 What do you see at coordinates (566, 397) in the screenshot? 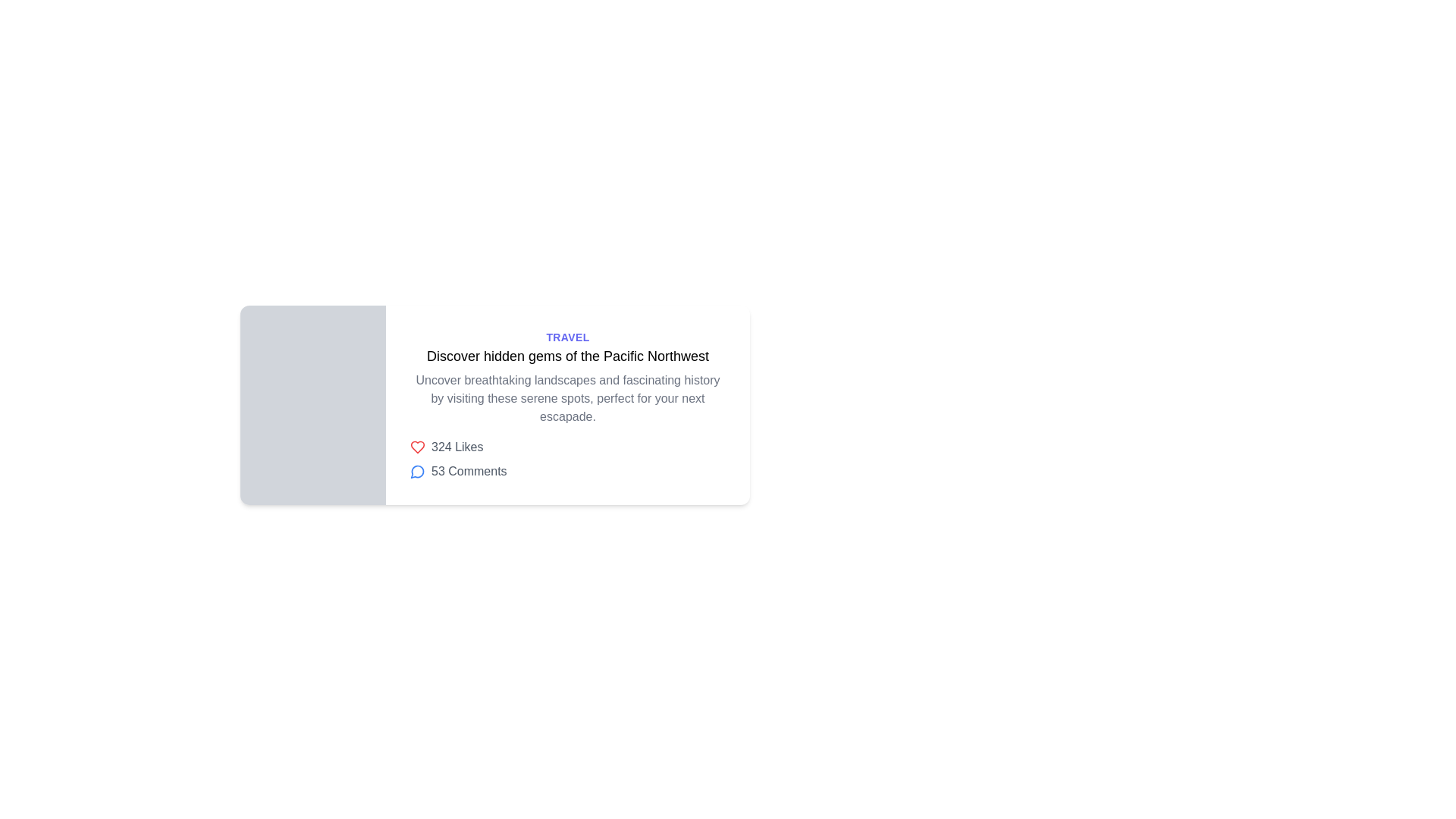
I see `descriptive text block located under the headline 'Discover hidden gems of the Pacific Northwest' and above the '324 Likes' section in the card layout` at bounding box center [566, 397].